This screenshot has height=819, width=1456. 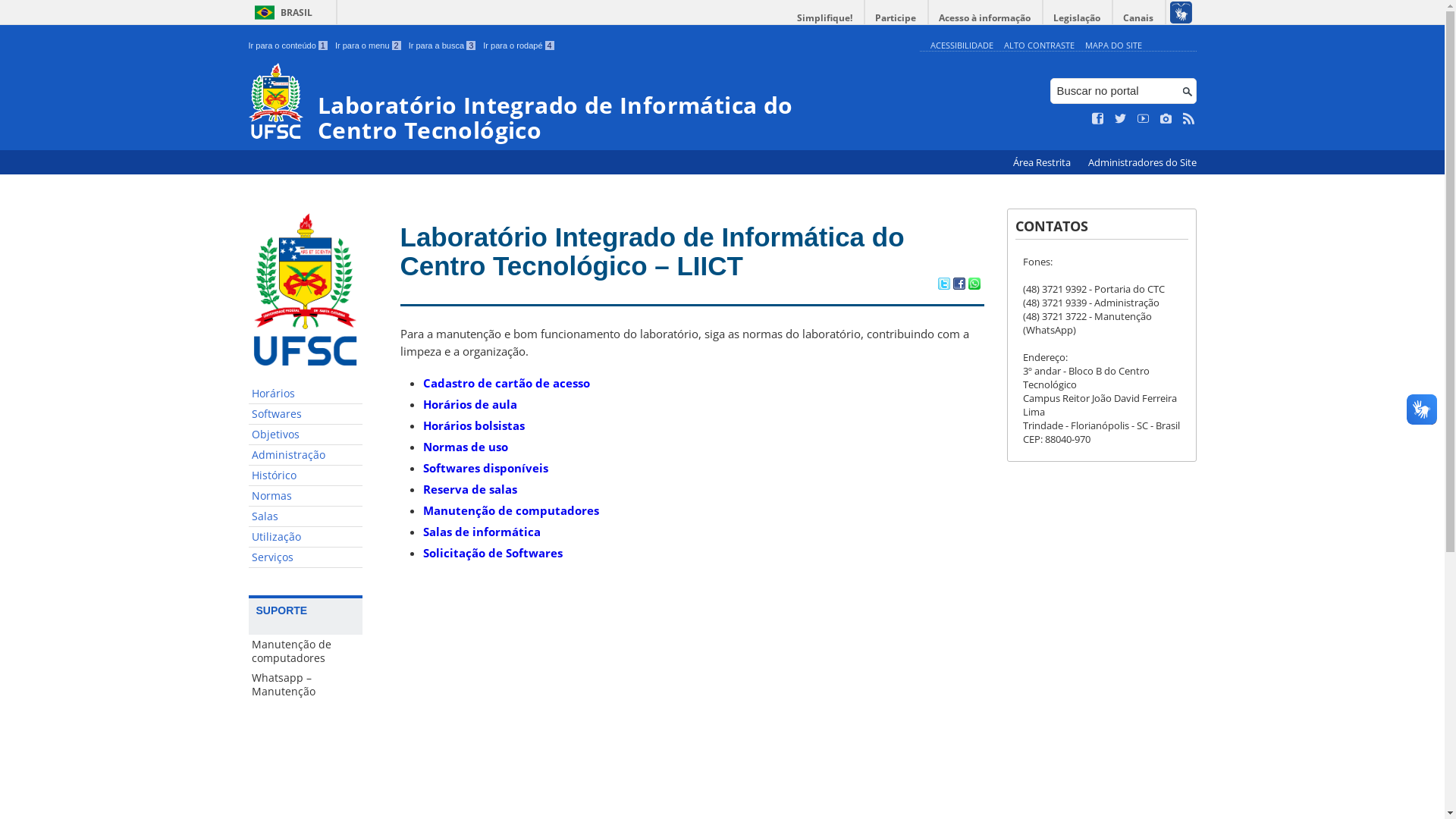 What do you see at coordinates (1139, 17) in the screenshot?
I see `'Canais'` at bounding box center [1139, 17].